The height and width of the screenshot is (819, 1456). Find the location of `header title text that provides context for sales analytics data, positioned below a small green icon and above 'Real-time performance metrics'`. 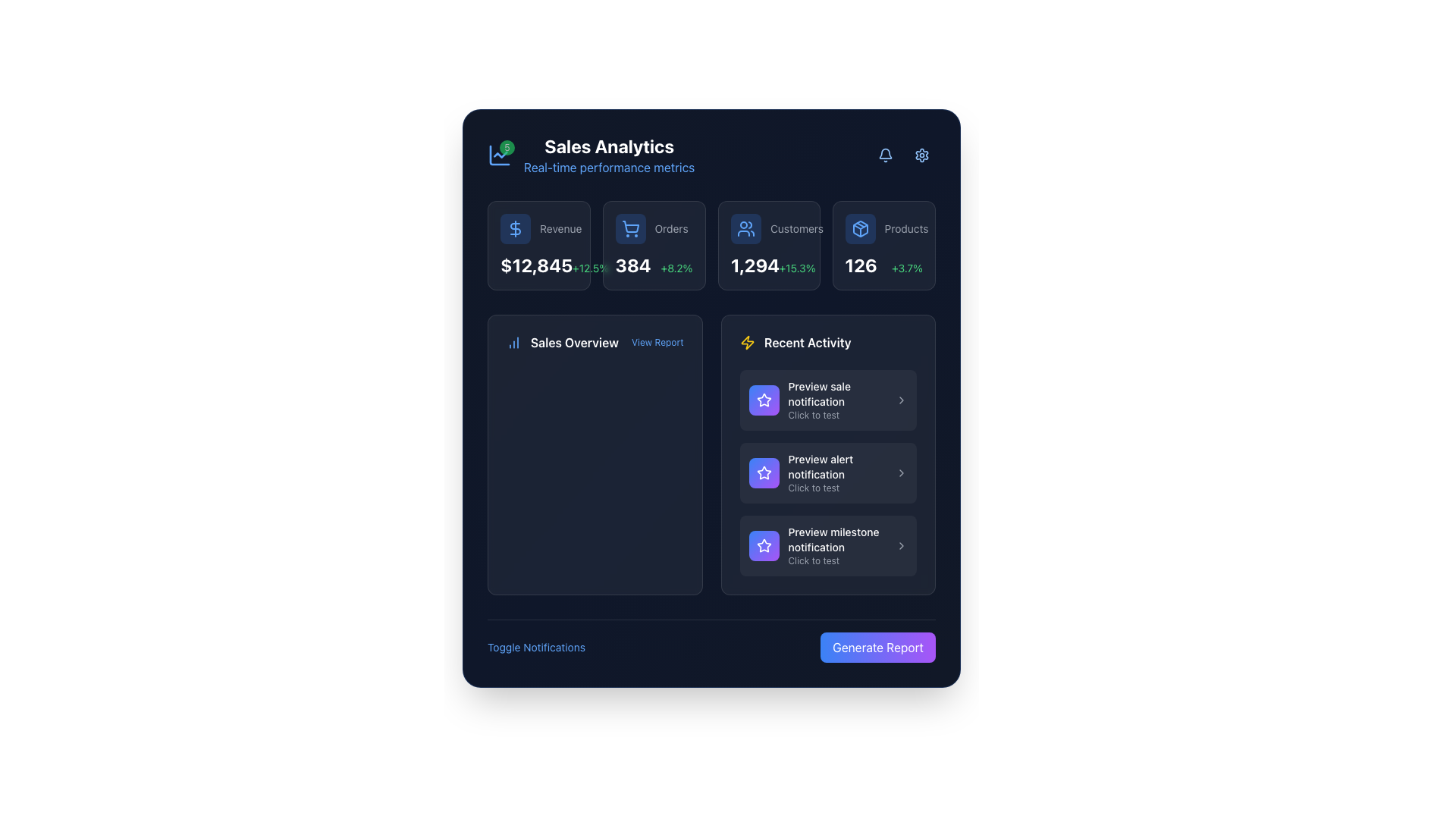

header title text that provides context for sales analytics data, positioned below a small green icon and above 'Real-time performance metrics' is located at coordinates (609, 146).